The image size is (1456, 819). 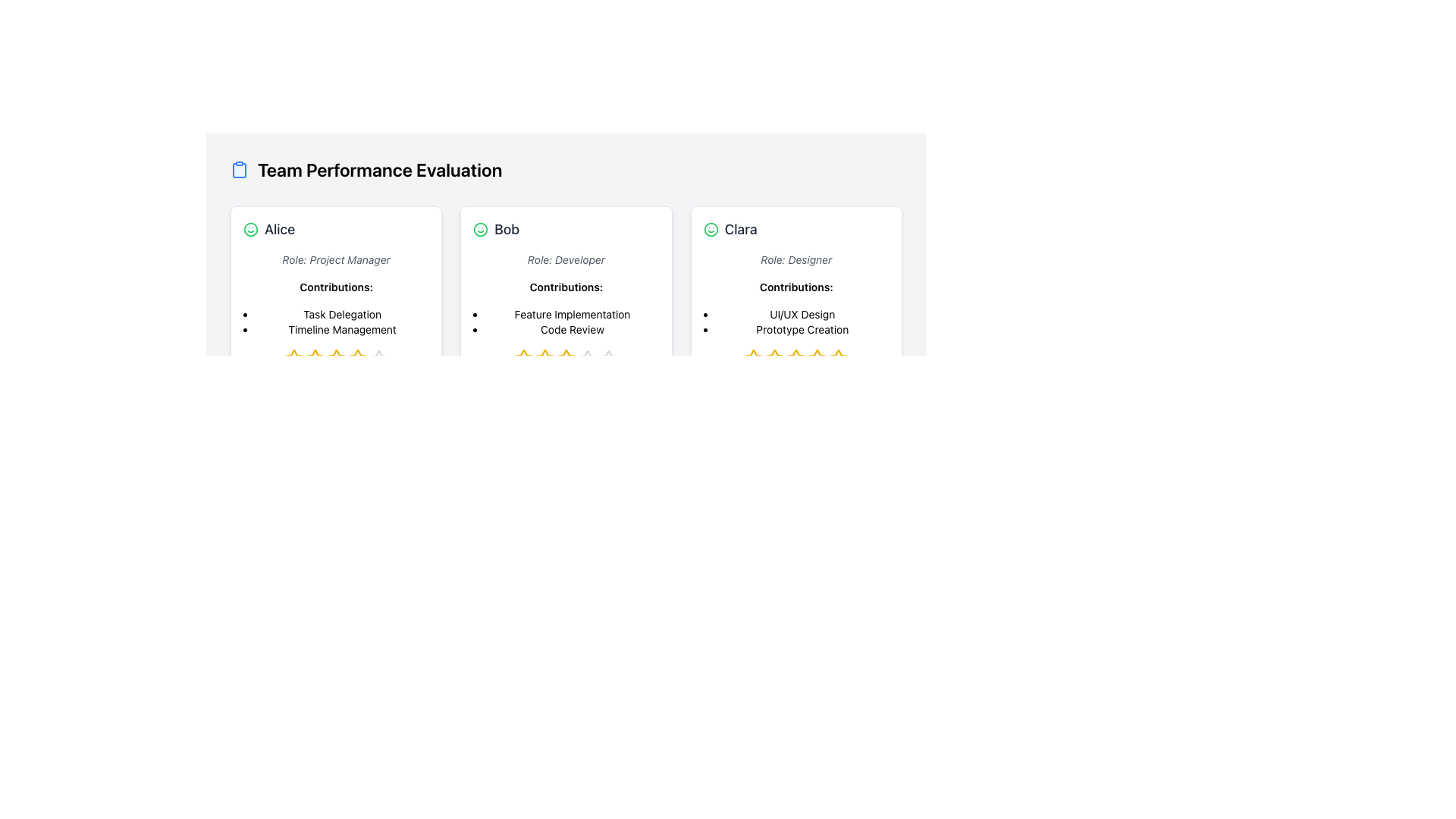 I want to click on text content of the section header that categorizes the following information related to contributions, located under 'Role: Project Manager' and above a bullet list of contributions for 'Alice', so click(x=335, y=287).